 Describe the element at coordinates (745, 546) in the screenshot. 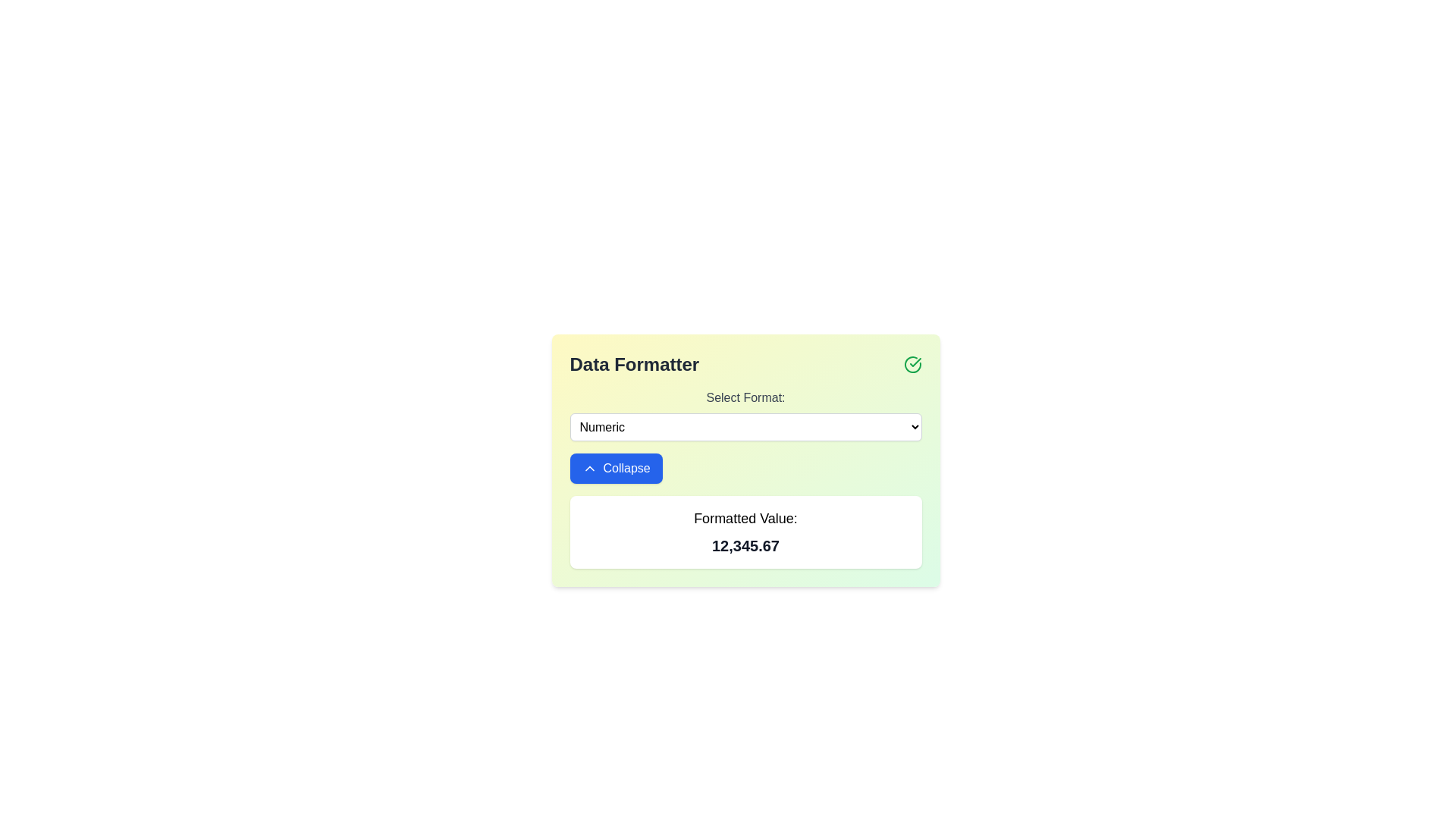

I see `the Text Display element that shows the formatted value '12,345.67', which is located directly below the 'Formatted Value:' label in the 'Data Formatter' section` at that location.